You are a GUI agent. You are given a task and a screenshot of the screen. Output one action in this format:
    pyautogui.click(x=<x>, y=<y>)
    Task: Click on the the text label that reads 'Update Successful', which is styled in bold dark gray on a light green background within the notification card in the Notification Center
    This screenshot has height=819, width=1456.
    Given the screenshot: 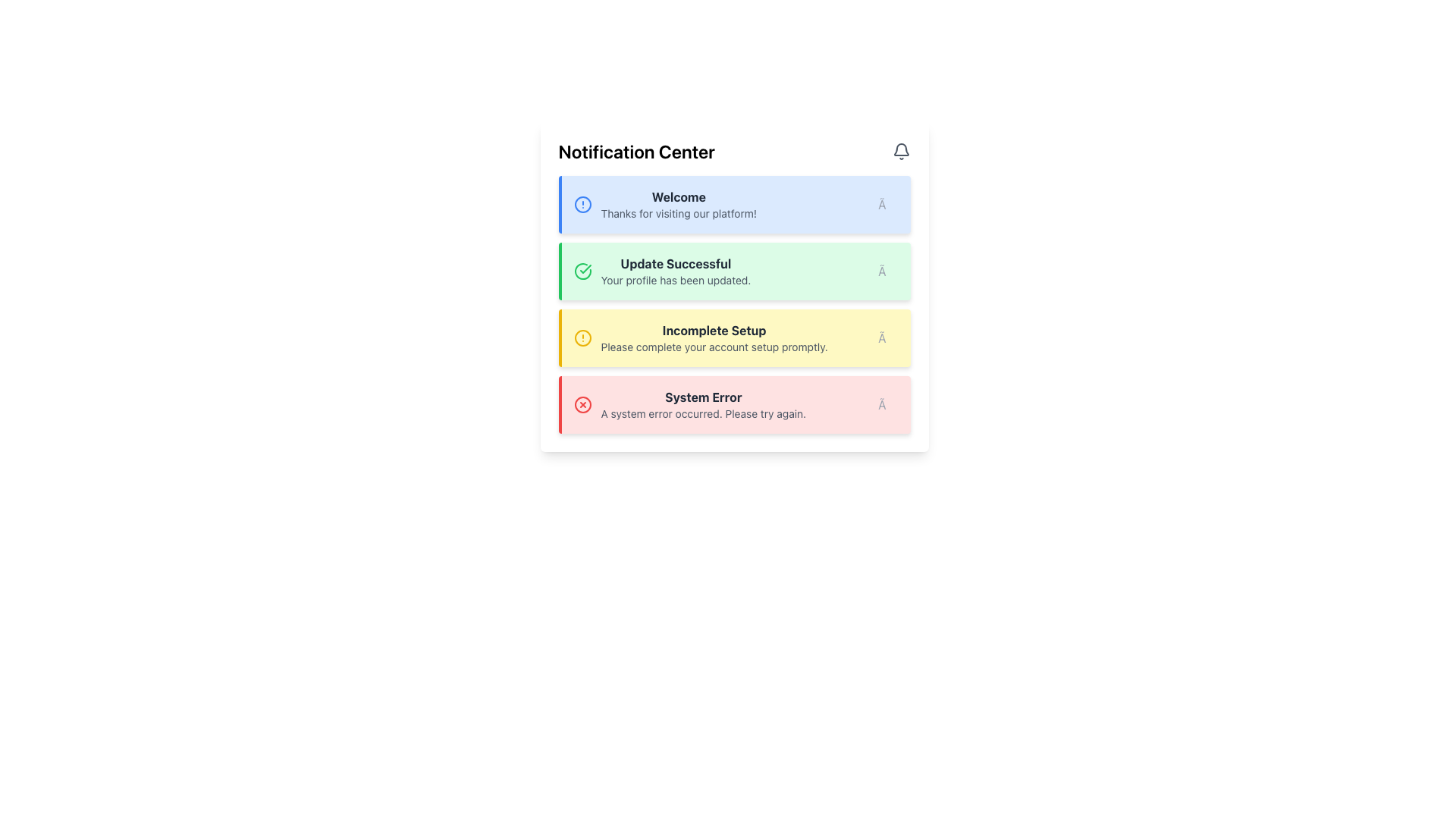 What is the action you would take?
    pyautogui.click(x=675, y=262)
    